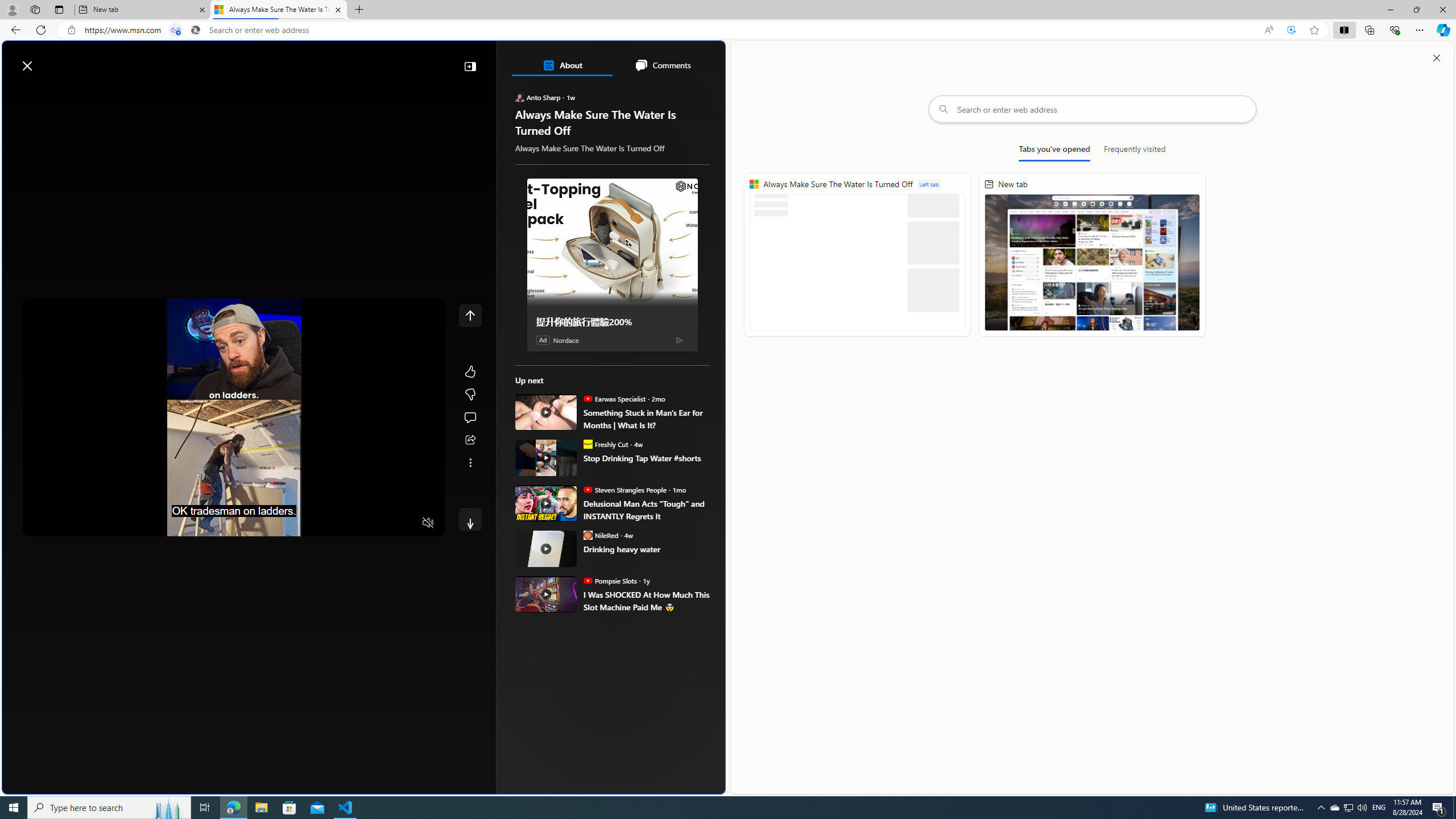 The image size is (1456, 819). What do you see at coordinates (1442, 29) in the screenshot?
I see `'Copilot (Ctrl+Shift+.)'` at bounding box center [1442, 29].